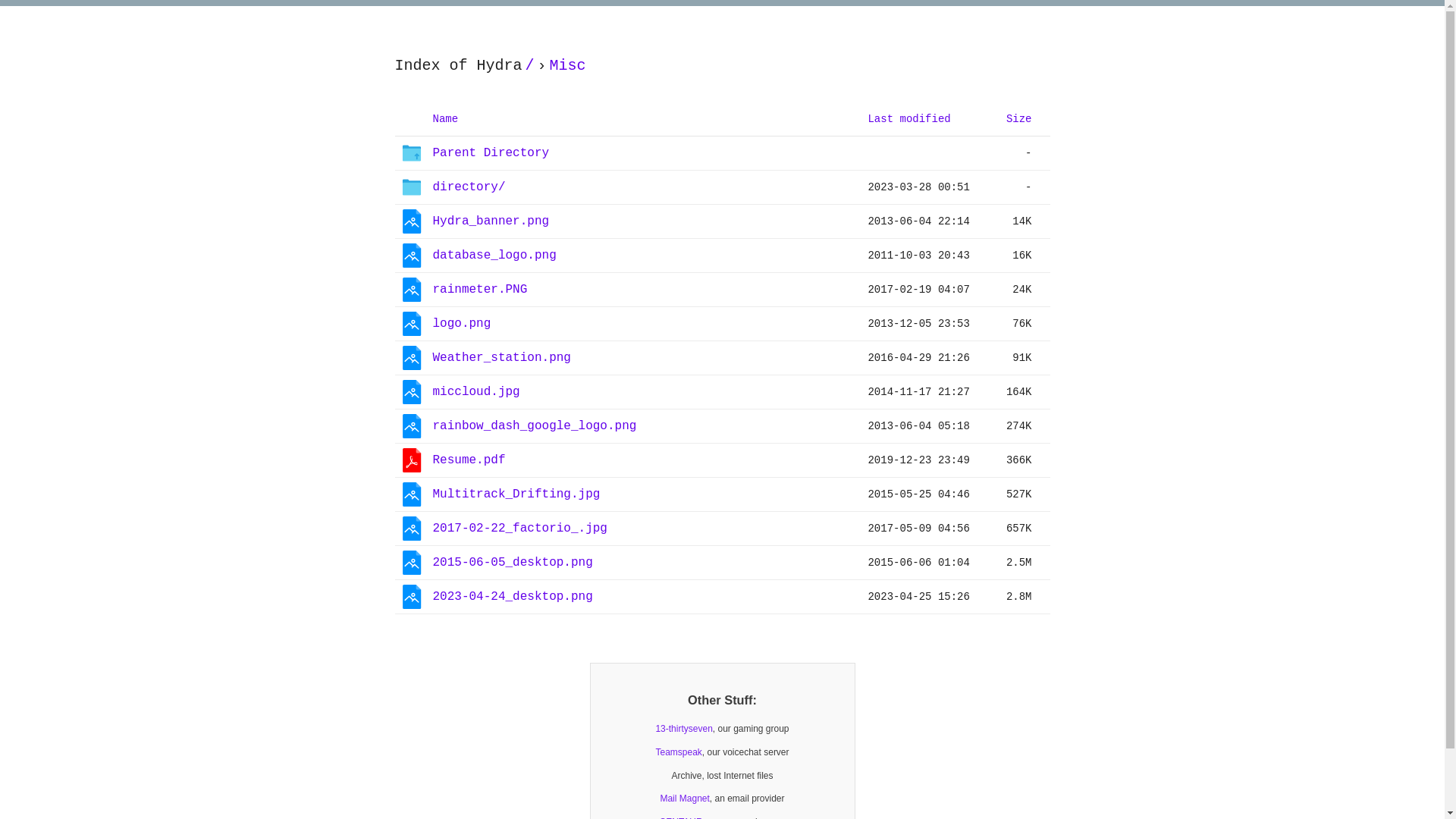 This screenshot has width=1456, height=819. Describe the element at coordinates (682, 728) in the screenshot. I see `'13-thirtyseven'` at that location.